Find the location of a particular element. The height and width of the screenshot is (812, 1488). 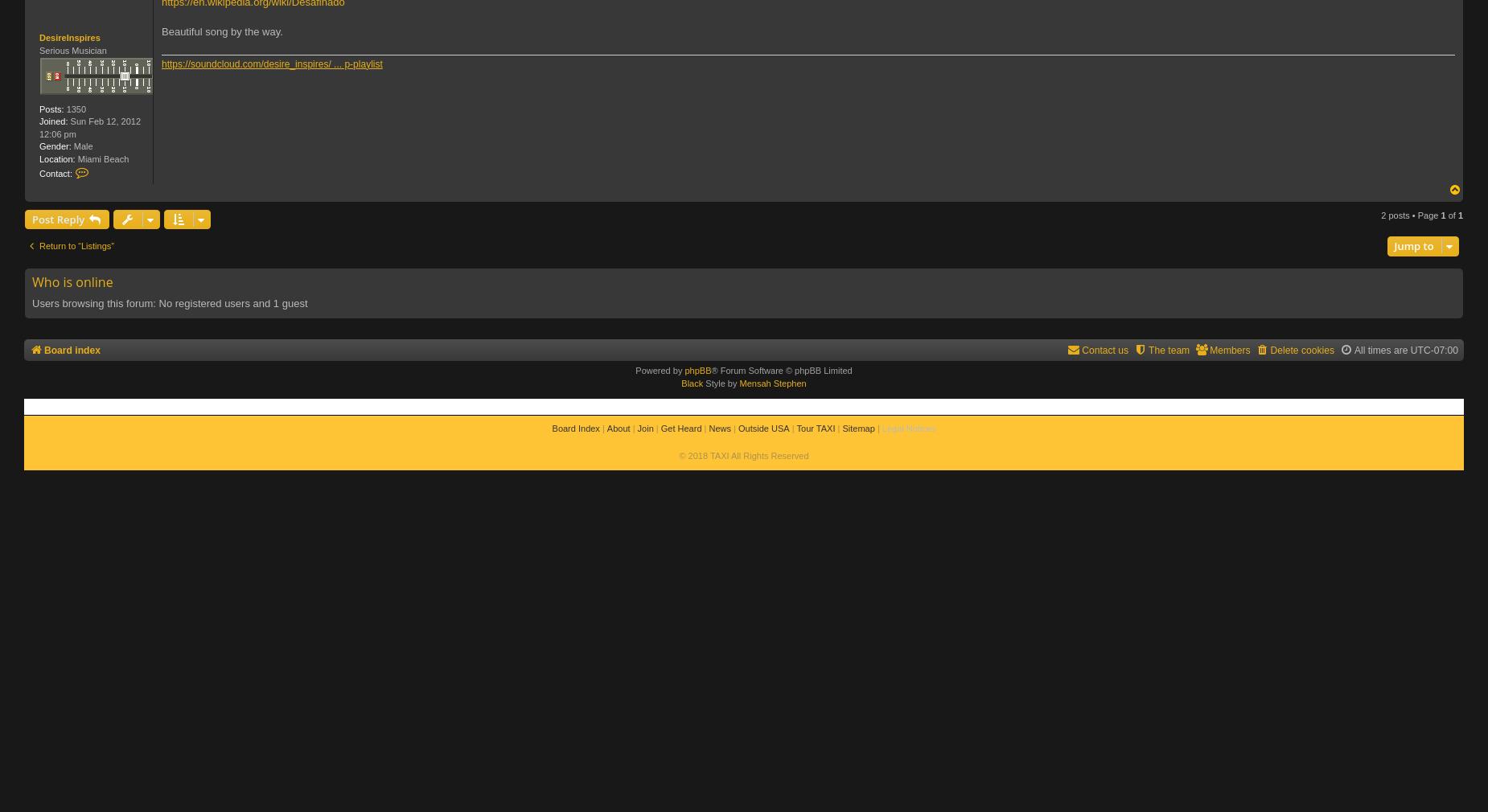

'Contact:' is located at coordinates (55, 173).